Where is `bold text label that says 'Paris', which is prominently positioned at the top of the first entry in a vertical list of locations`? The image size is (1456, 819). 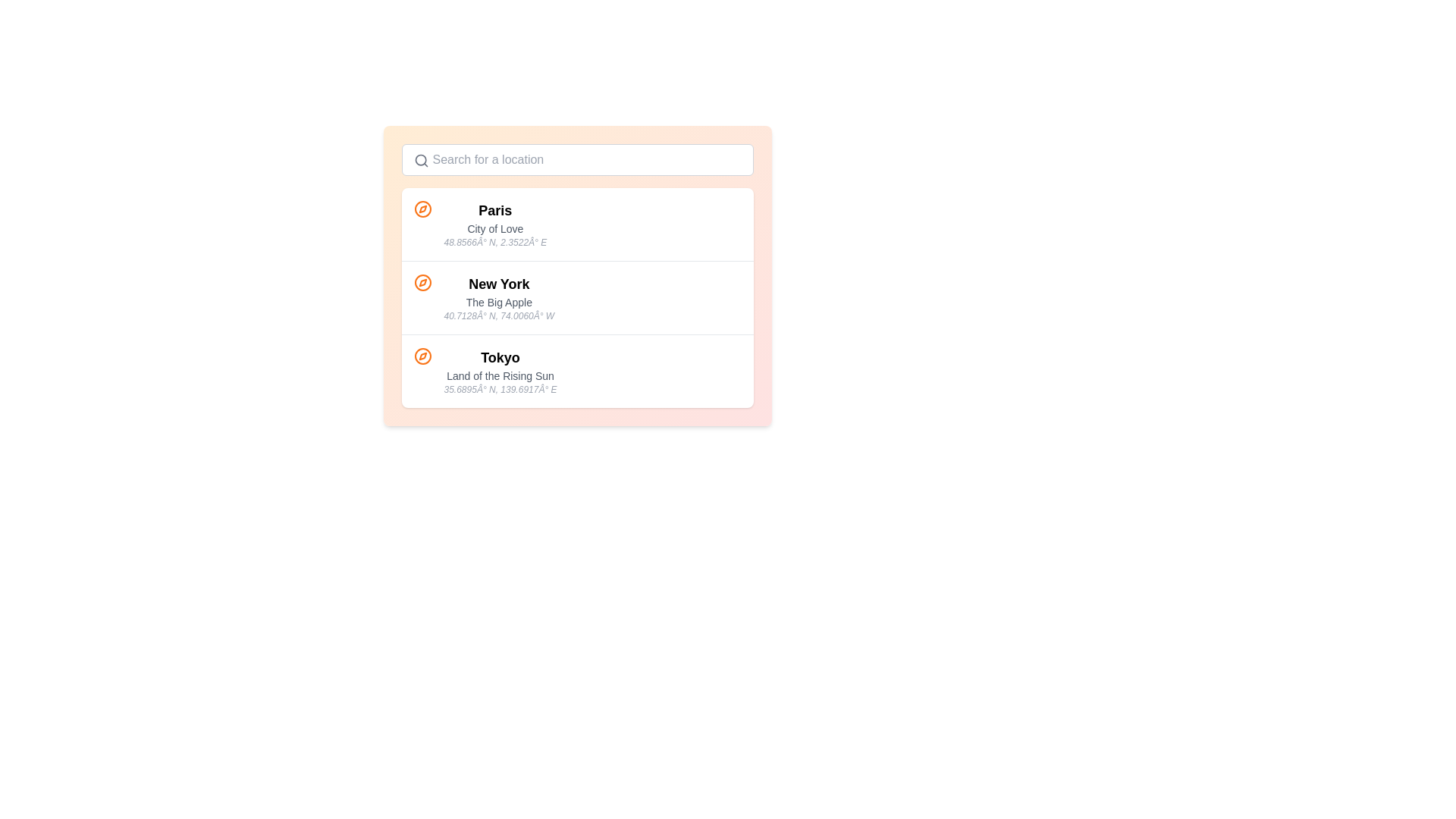
bold text label that says 'Paris', which is prominently positioned at the top of the first entry in a vertical list of locations is located at coordinates (495, 210).